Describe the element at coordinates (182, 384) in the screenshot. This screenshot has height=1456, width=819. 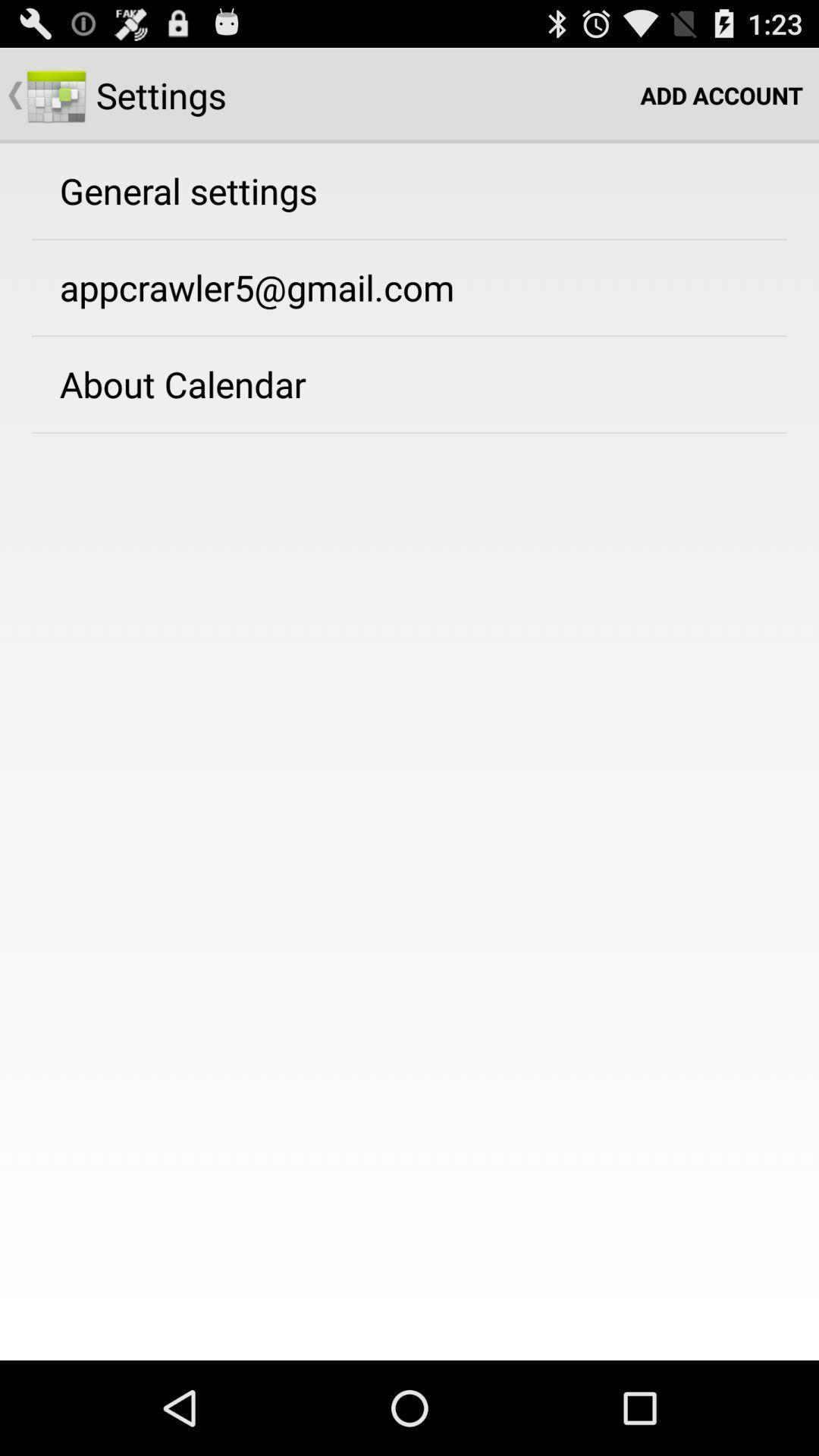
I see `the icon below appcrawler5@gmail.com icon` at that location.